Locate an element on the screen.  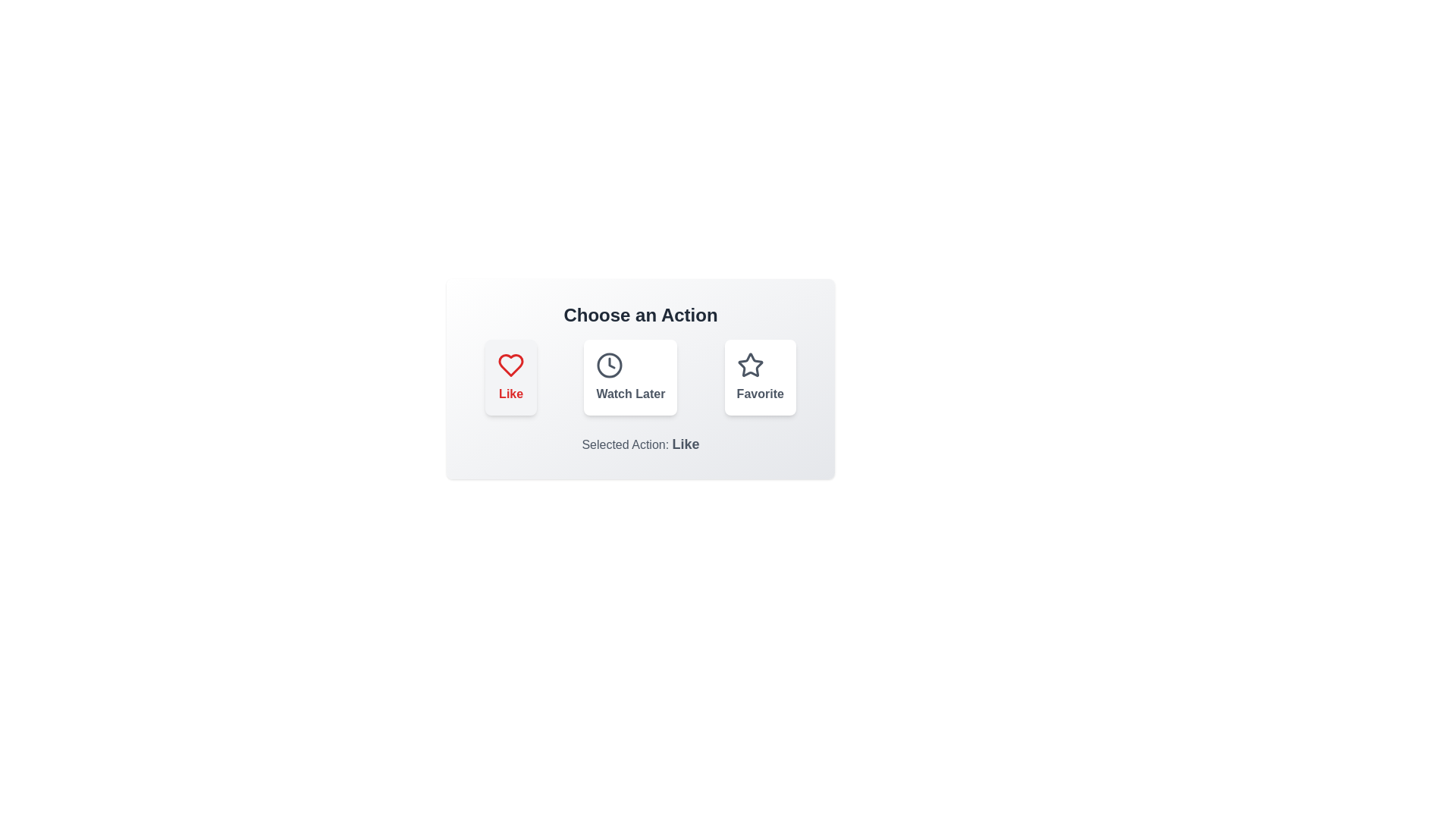
the 'Like' button to toggle its state is located at coordinates (511, 376).